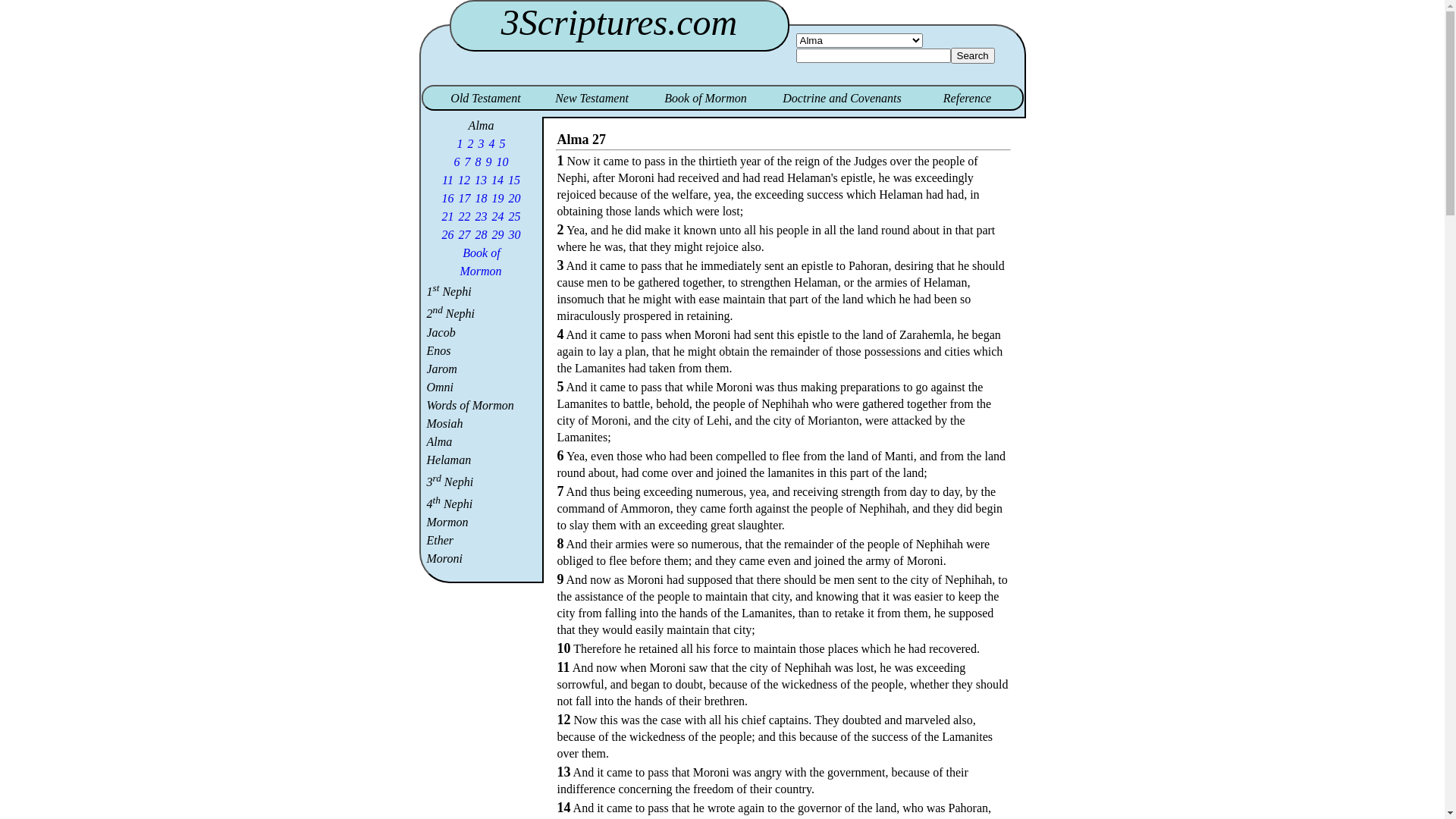 The height and width of the screenshot is (819, 1456). What do you see at coordinates (480, 143) in the screenshot?
I see `'3'` at bounding box center [480, 143].